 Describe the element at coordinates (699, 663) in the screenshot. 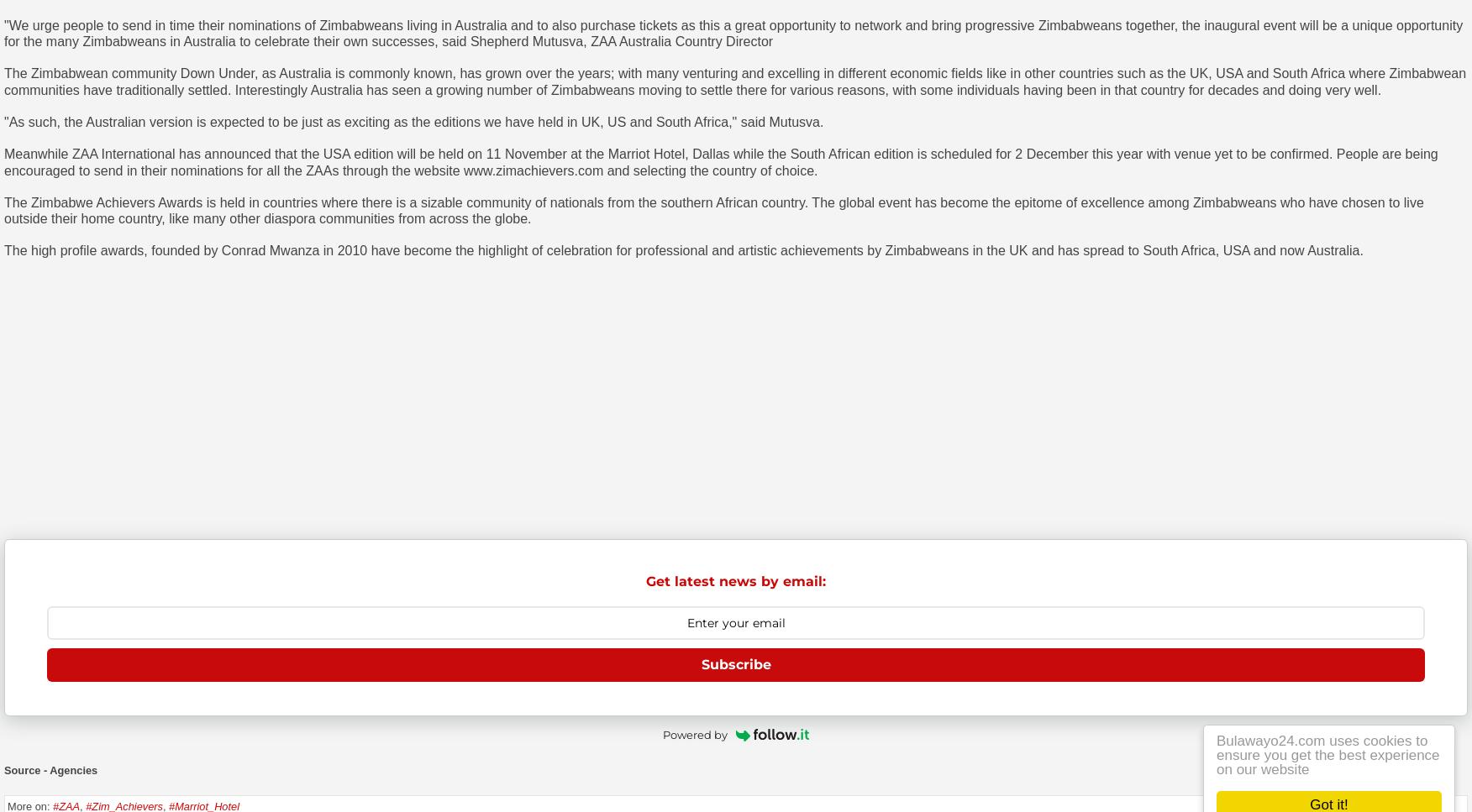

I see `'Subscribe'` at that location.